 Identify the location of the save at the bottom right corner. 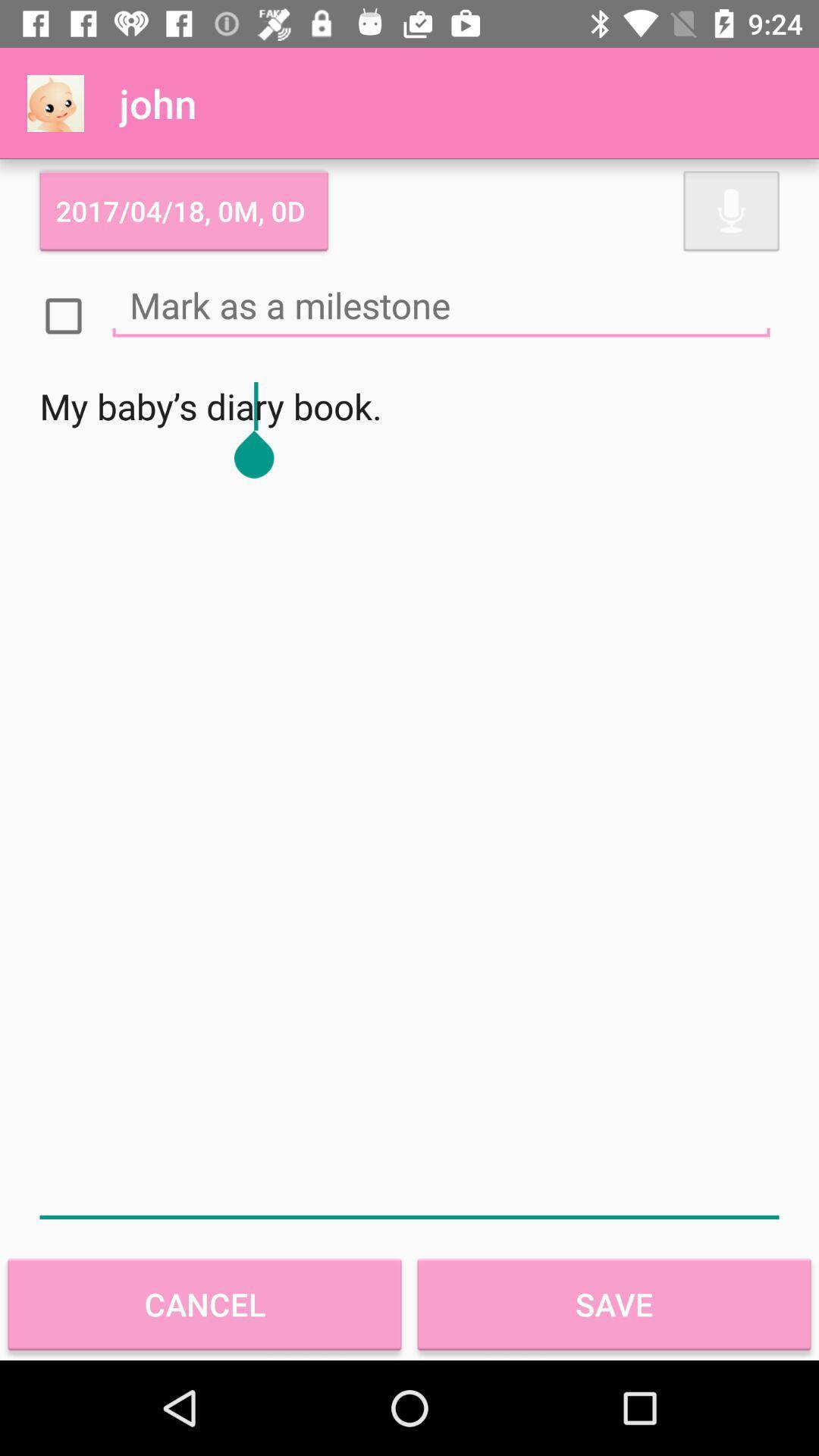
(614, 1304).